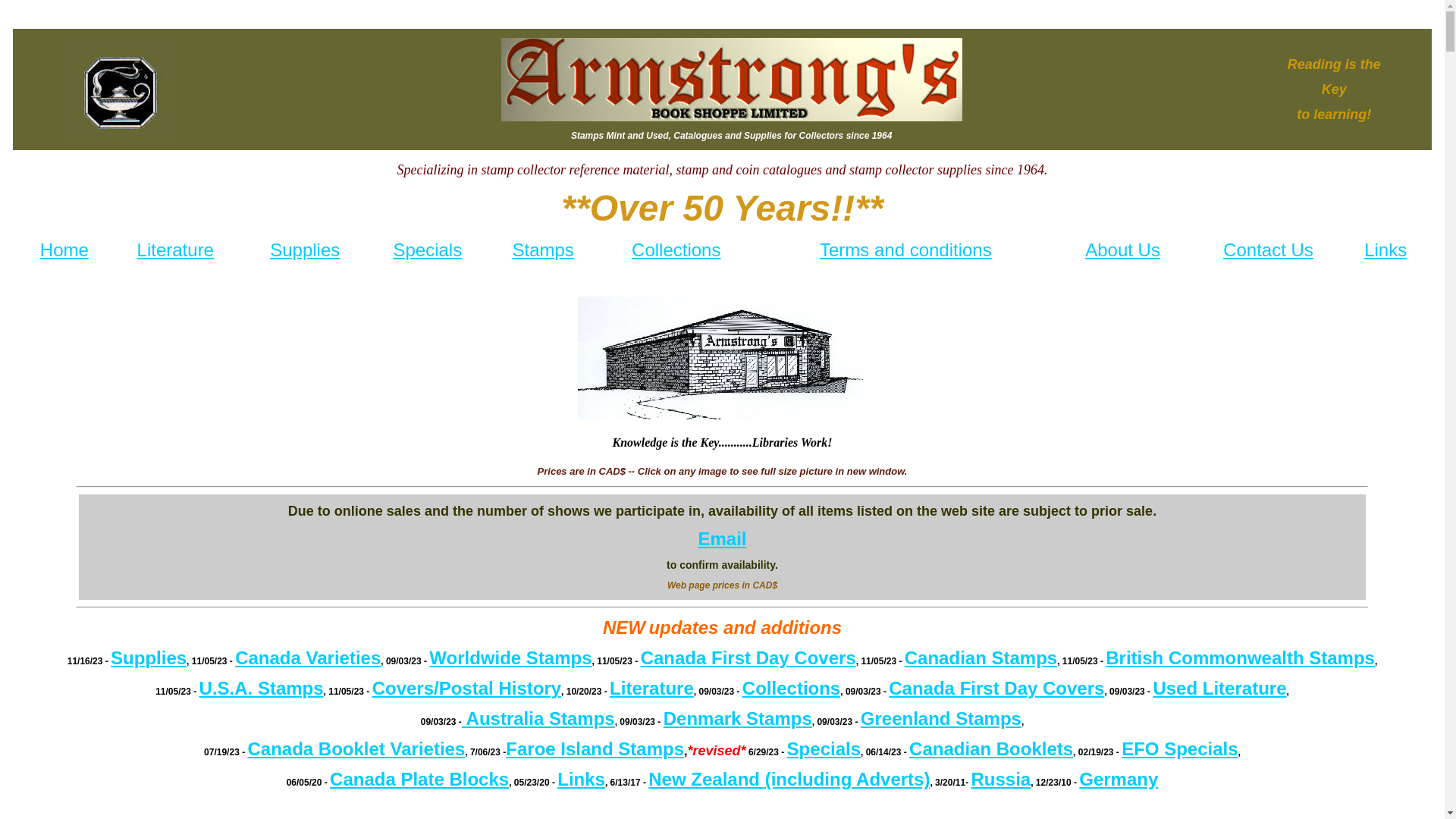 This screenshot has height=819, width=1456. I want to click on 'Used Literature', so click(1219, 688).